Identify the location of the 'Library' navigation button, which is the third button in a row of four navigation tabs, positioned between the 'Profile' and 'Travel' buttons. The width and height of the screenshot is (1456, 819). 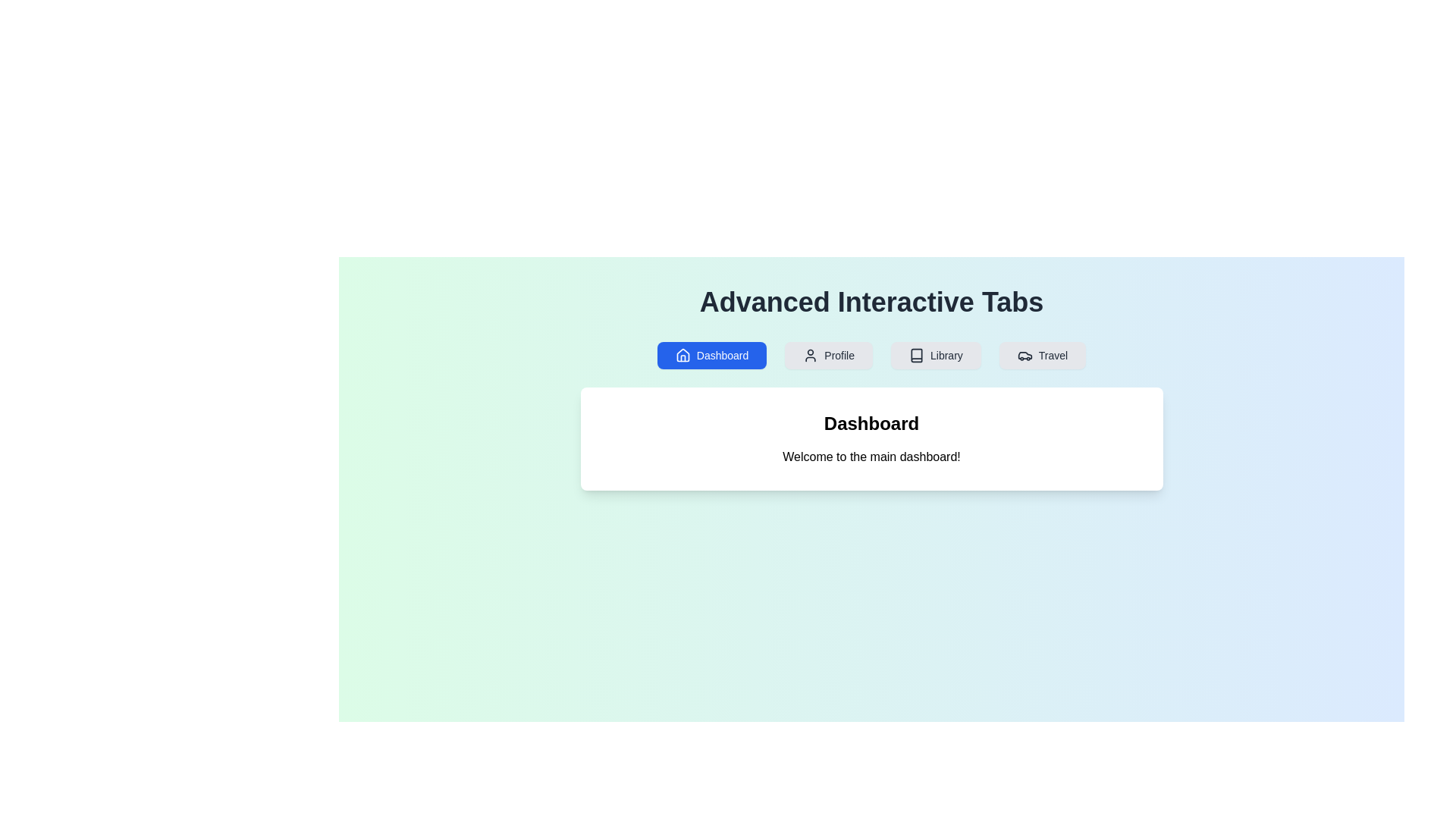
(935, 356).